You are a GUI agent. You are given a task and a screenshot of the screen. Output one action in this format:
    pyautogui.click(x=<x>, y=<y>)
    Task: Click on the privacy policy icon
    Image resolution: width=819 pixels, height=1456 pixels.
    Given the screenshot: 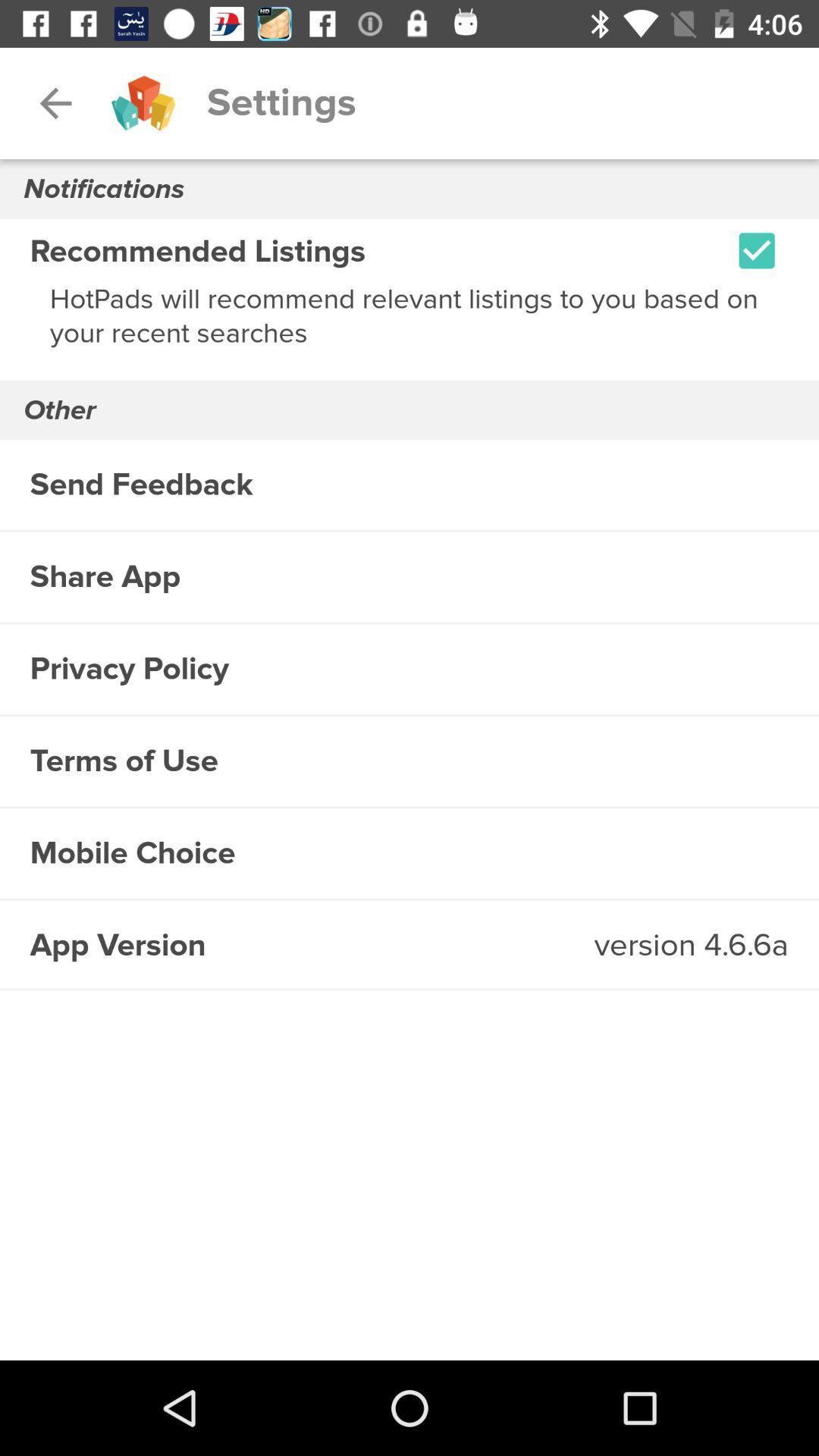 What is the action you would take?
    pyautogui.click(x=409, y=668)
    